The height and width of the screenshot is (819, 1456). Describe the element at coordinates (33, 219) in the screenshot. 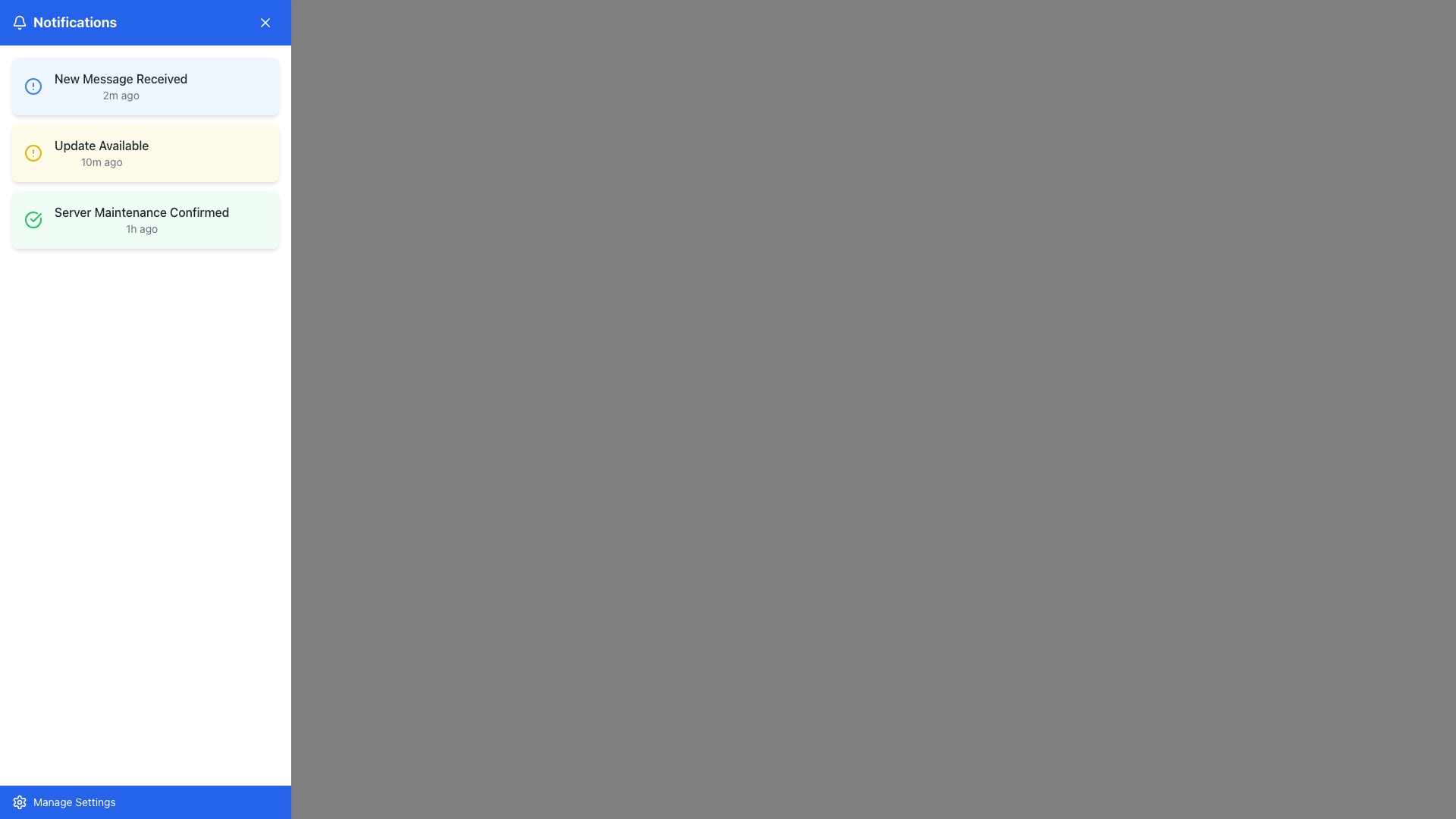

I see `the green circle icon with a checkmark indicating the completion status of 'Server Maintenance' next to the notification titled 'Server Maintenance Confirmed'` at that location.